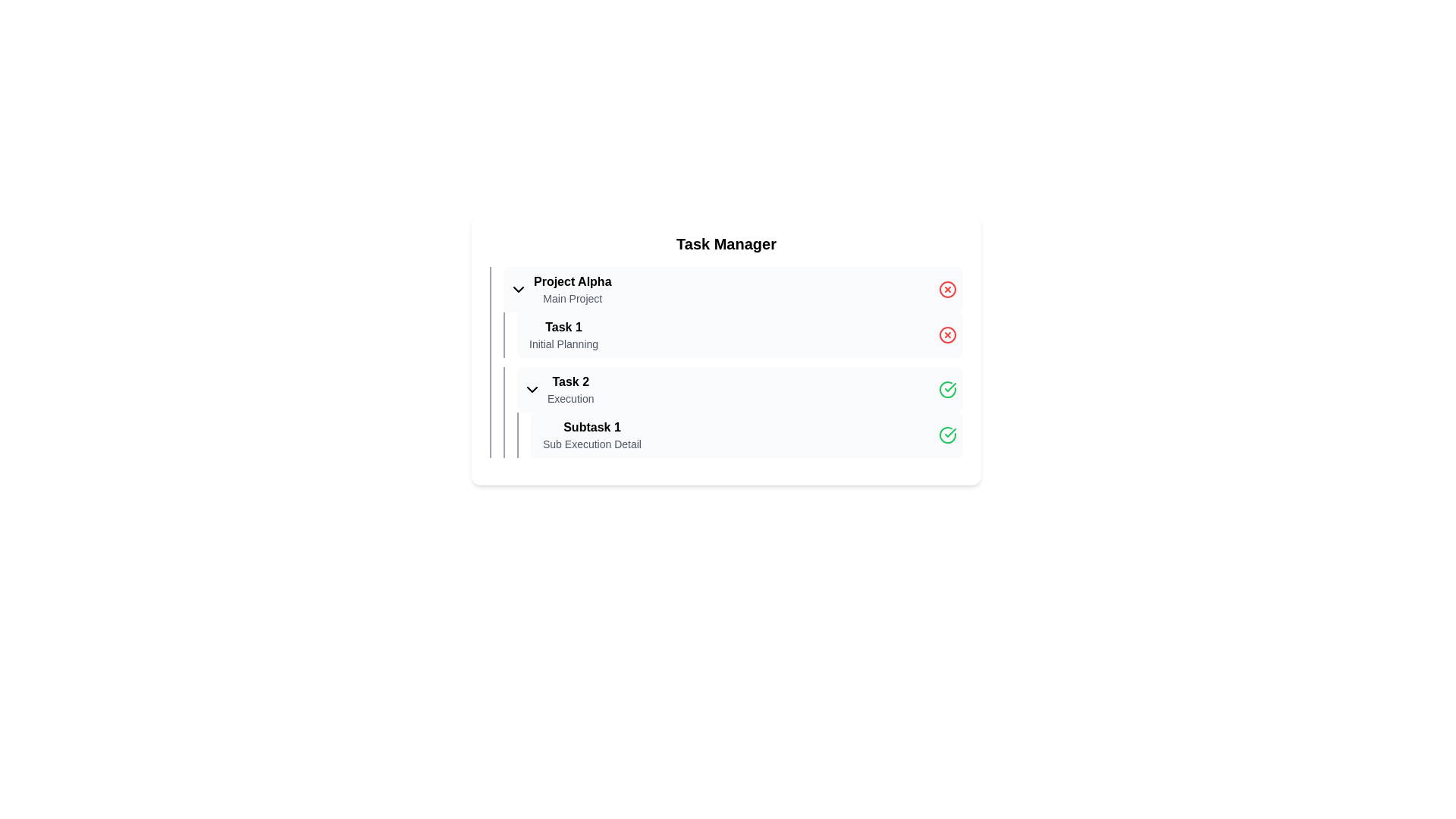 The width and height of the screenshot is (1456, 819). I want to click on the second list item under the 'Project Alpha' section, so click(733, 334).